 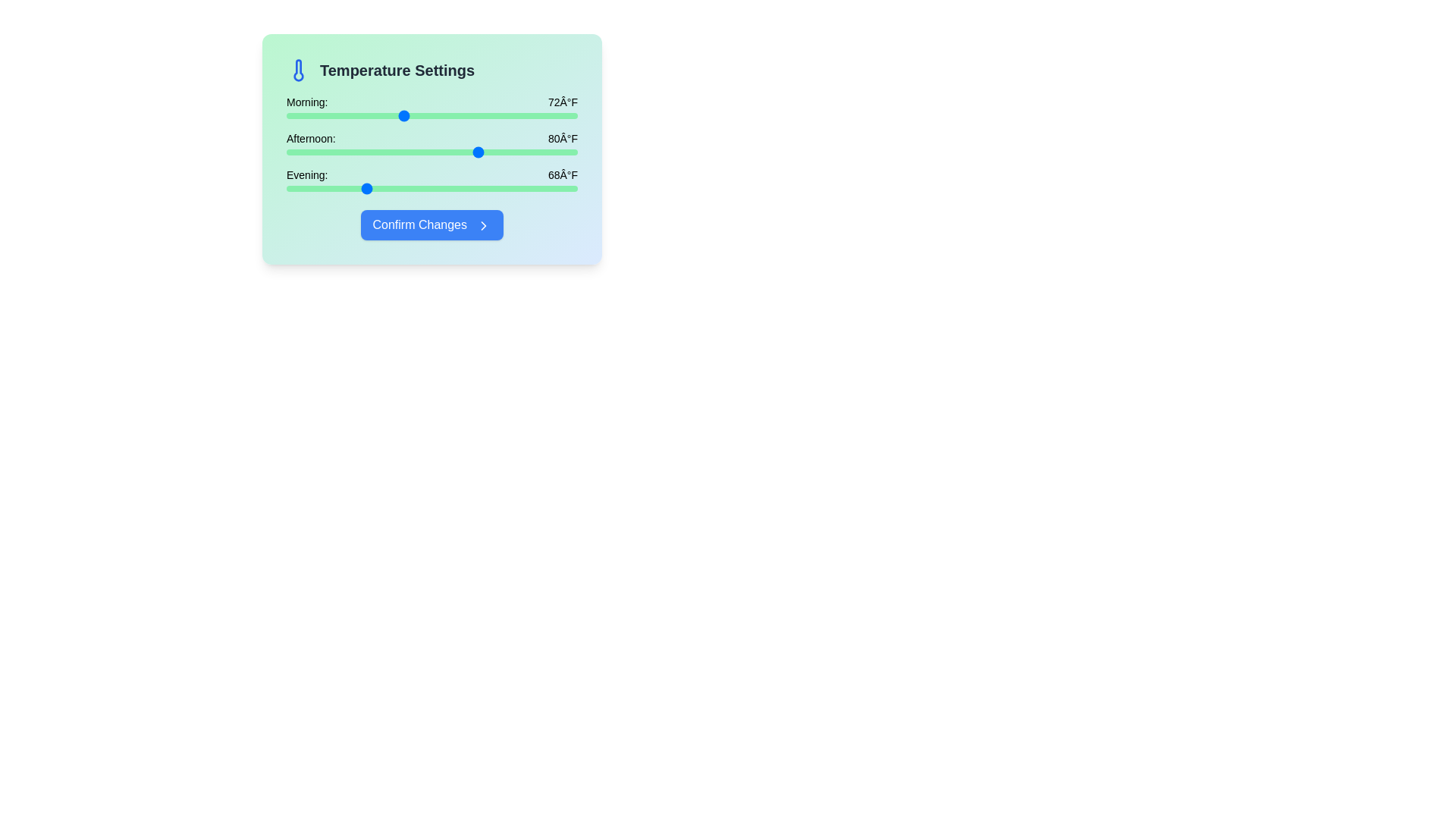 What do you see at coordinates (305, 115) in the screenshot?
I see `the morning temperature slider to 62°F` at bounding box center [305, 115].